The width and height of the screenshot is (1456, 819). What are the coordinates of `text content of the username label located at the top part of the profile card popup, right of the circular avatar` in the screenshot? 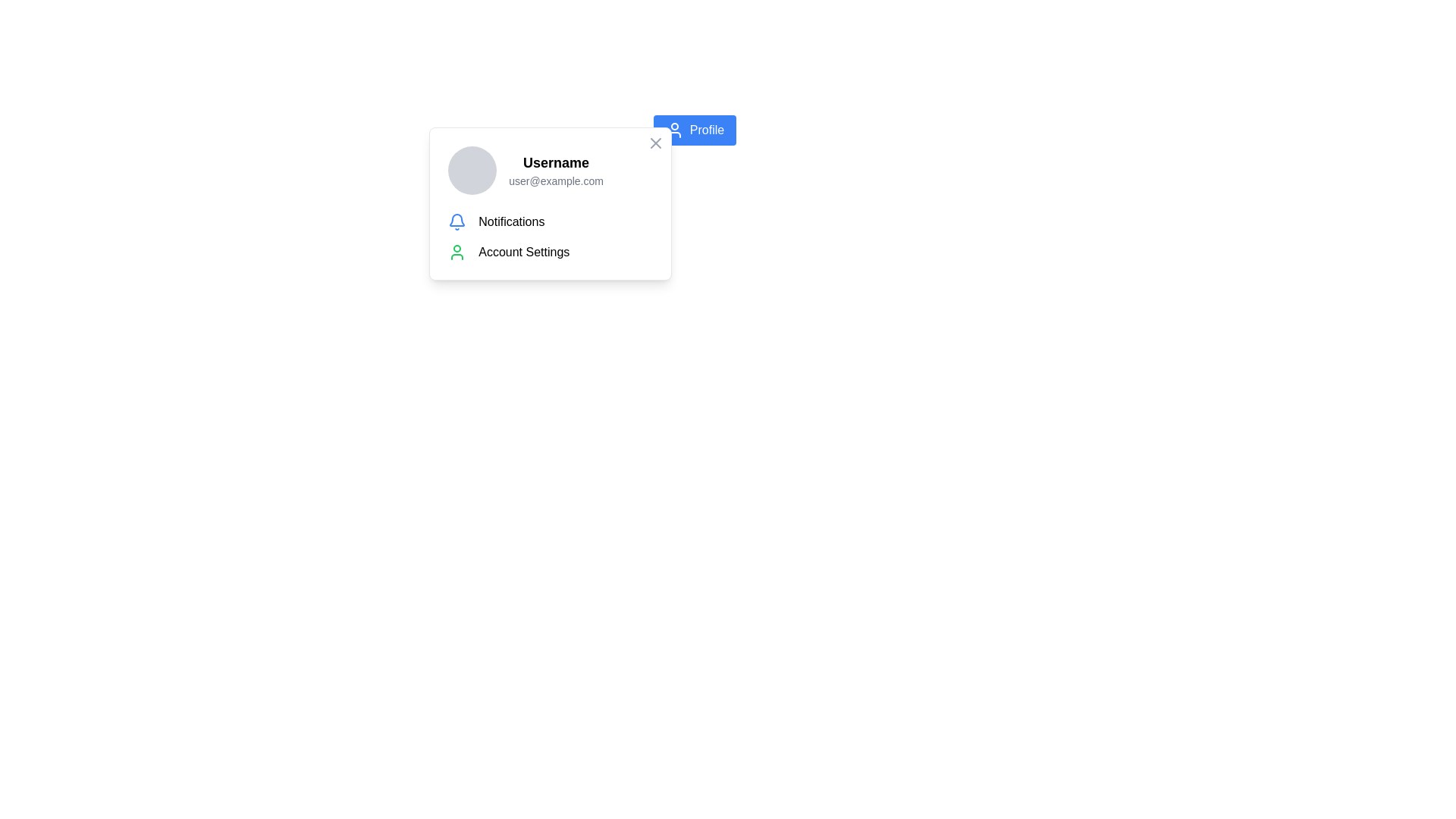 It's located at (555, 163).